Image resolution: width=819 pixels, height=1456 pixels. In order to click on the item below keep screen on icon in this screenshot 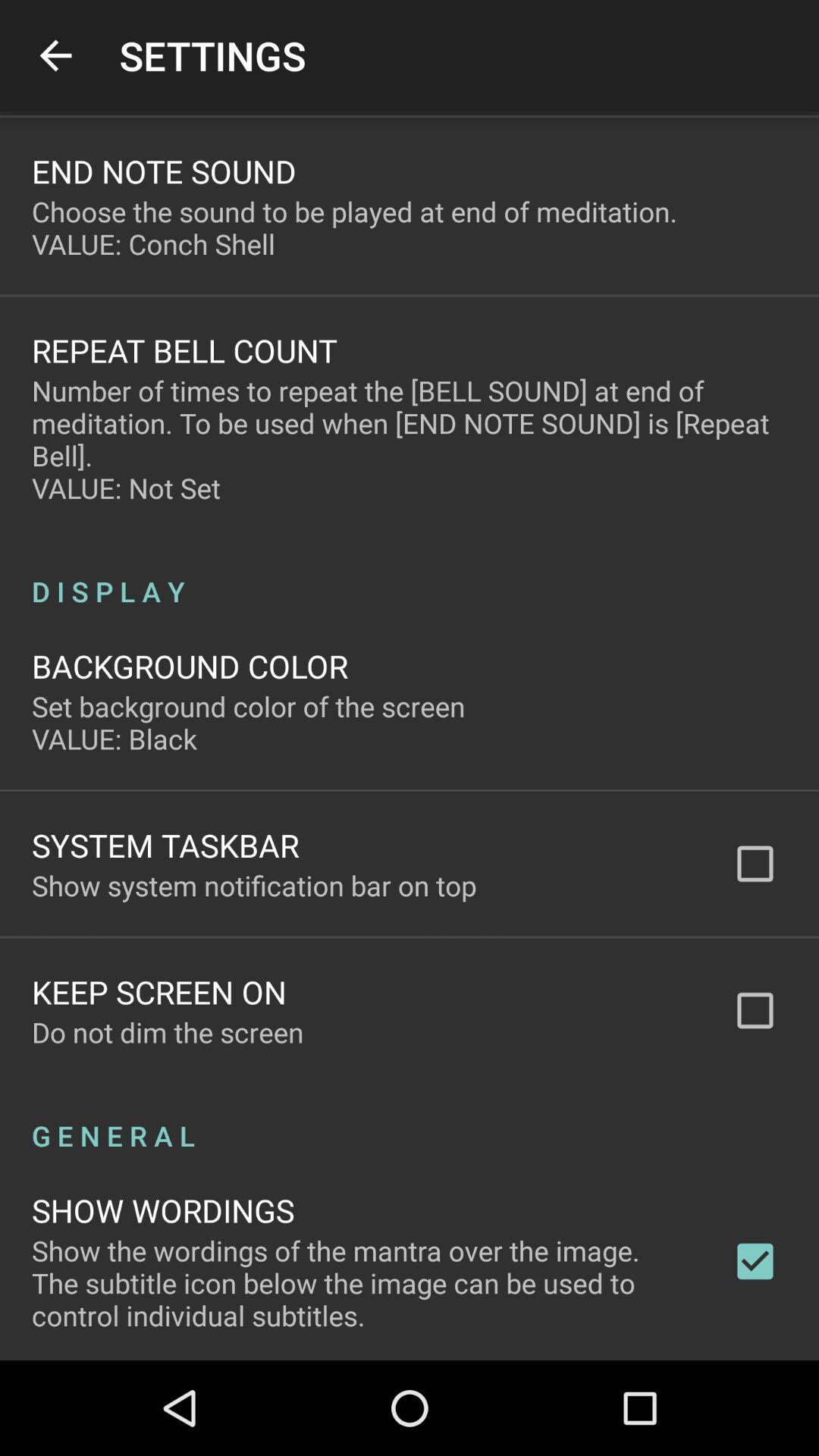, I will do `click(168, 1031)`.